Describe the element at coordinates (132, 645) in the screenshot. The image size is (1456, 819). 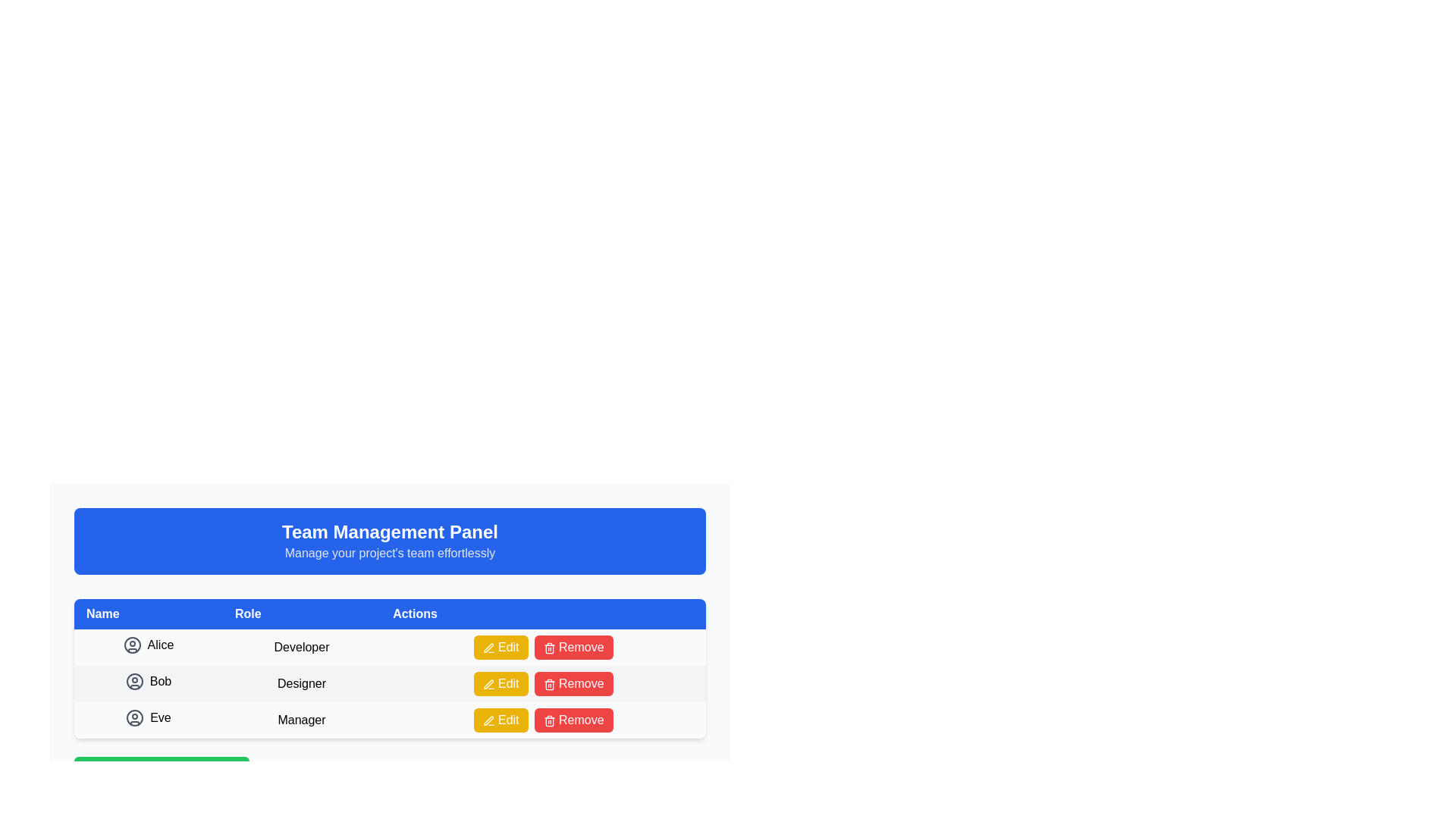
I see `the SVG circle element that visually represents the boundary of the user icon for 'Alice', located in the first row under the 'Name' column of the 'Team Management Panel' table` at that location.